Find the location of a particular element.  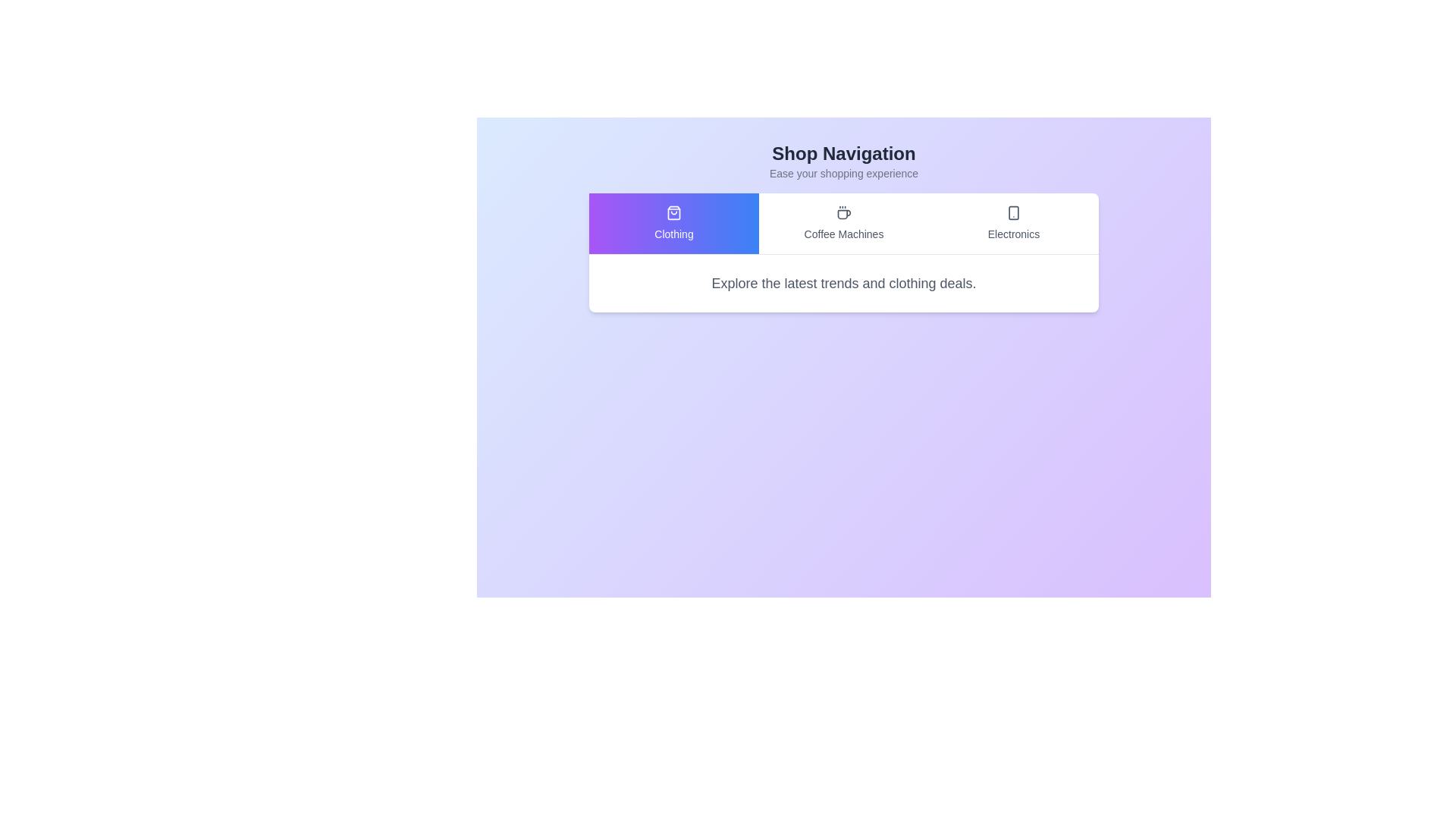

the tab corresponding to Clothing is located at coordinates (673, 223).